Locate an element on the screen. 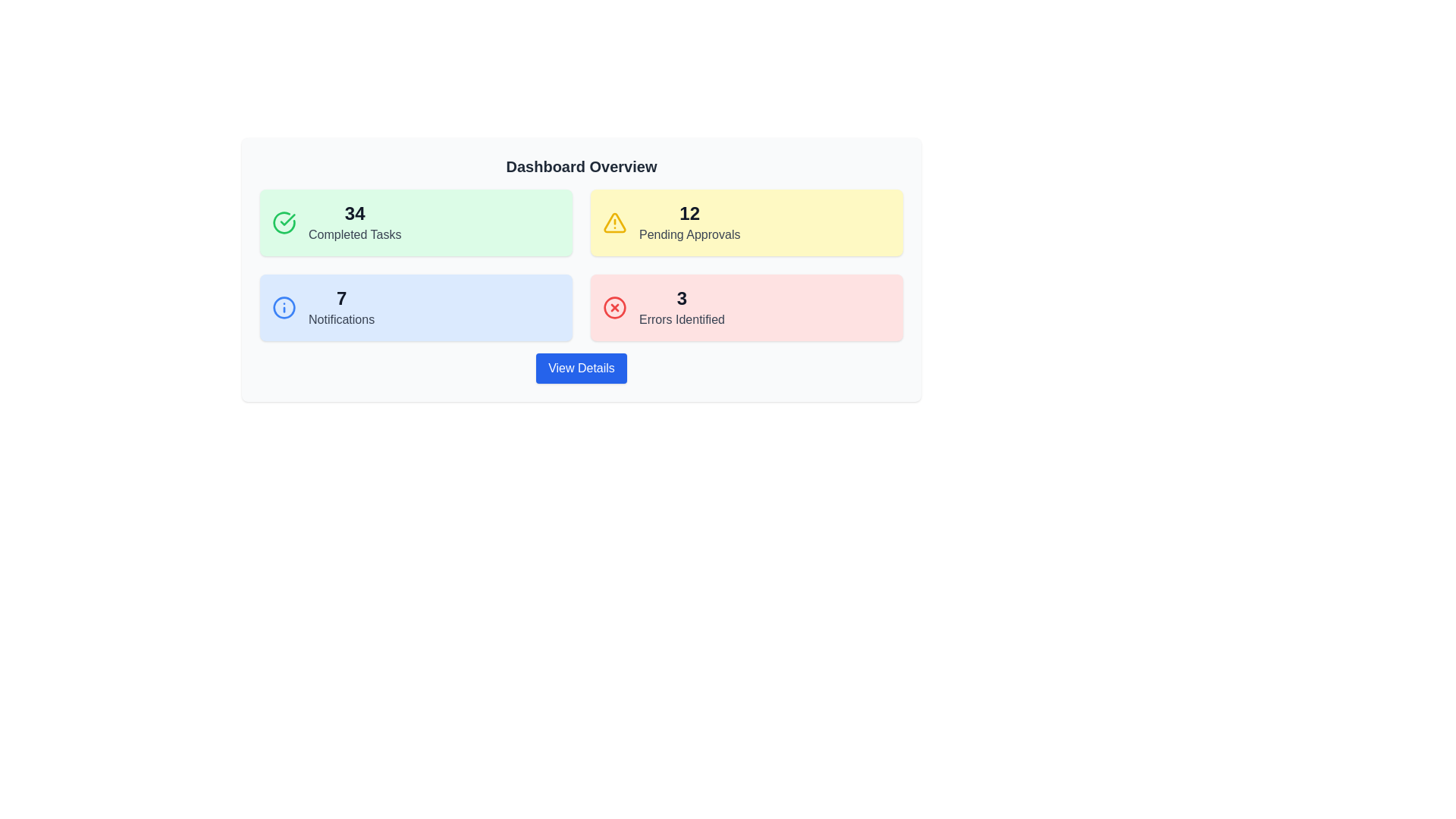 This screenshot has width=1456, height=819. the static text label that describes the count of notifications, which is located at the bottom of the card displaying the number '7' is located at coordinates (340, 318).